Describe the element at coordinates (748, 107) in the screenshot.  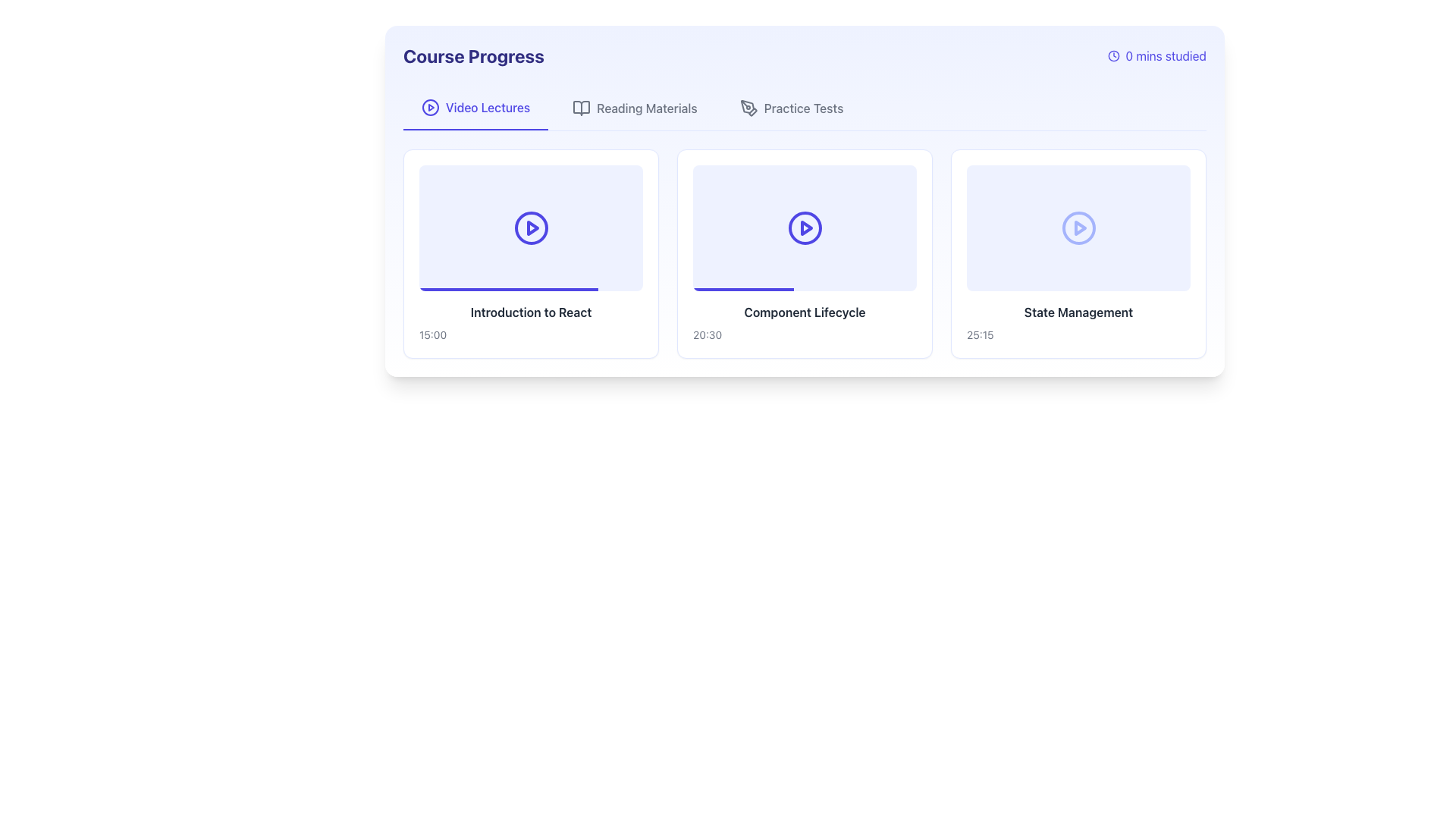
I see `the pen tool icon located in the top navigation bar next to the 'Practice Tests' text` at that location.